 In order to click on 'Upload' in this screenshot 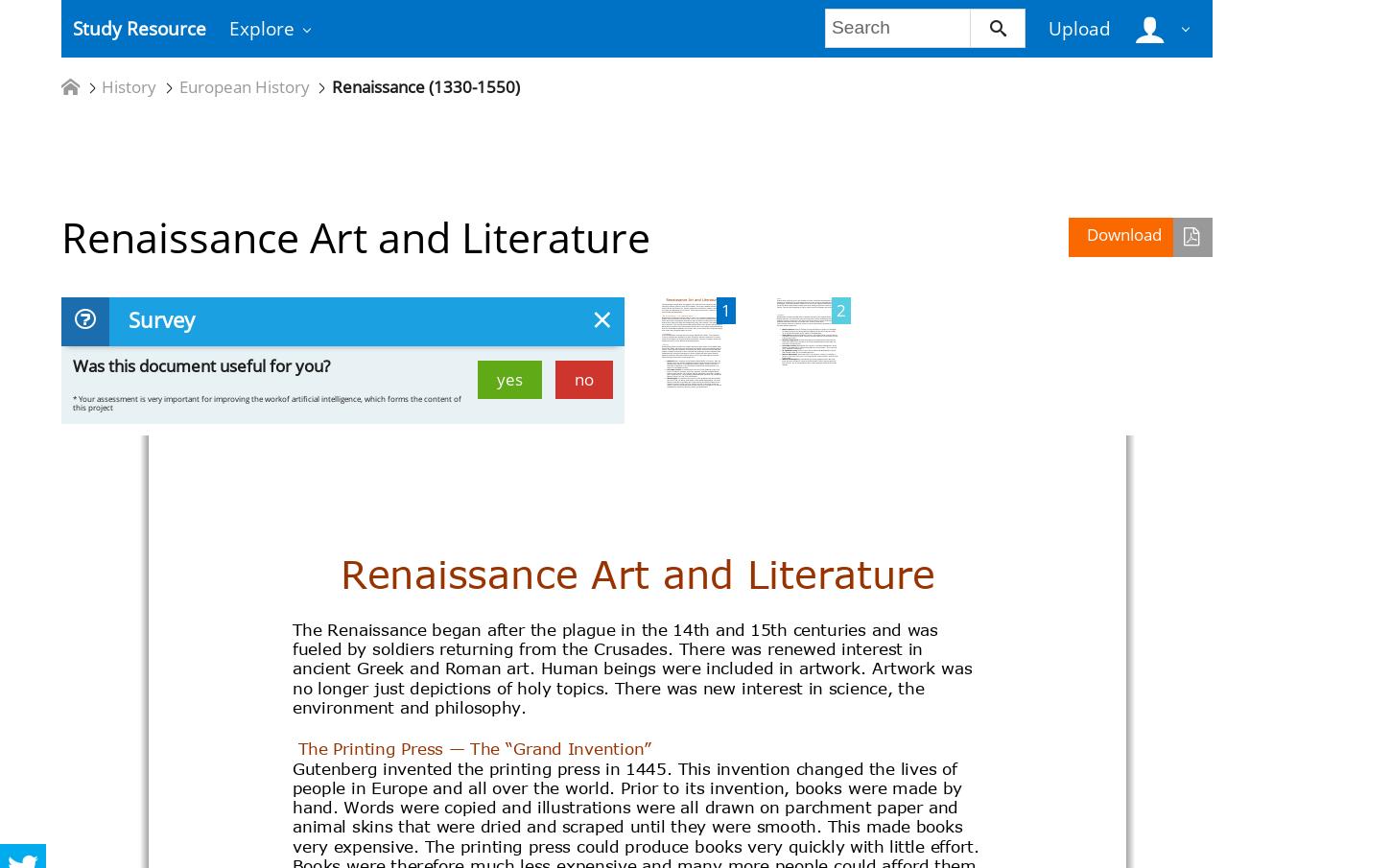, I will do `click(1077, 27)`.